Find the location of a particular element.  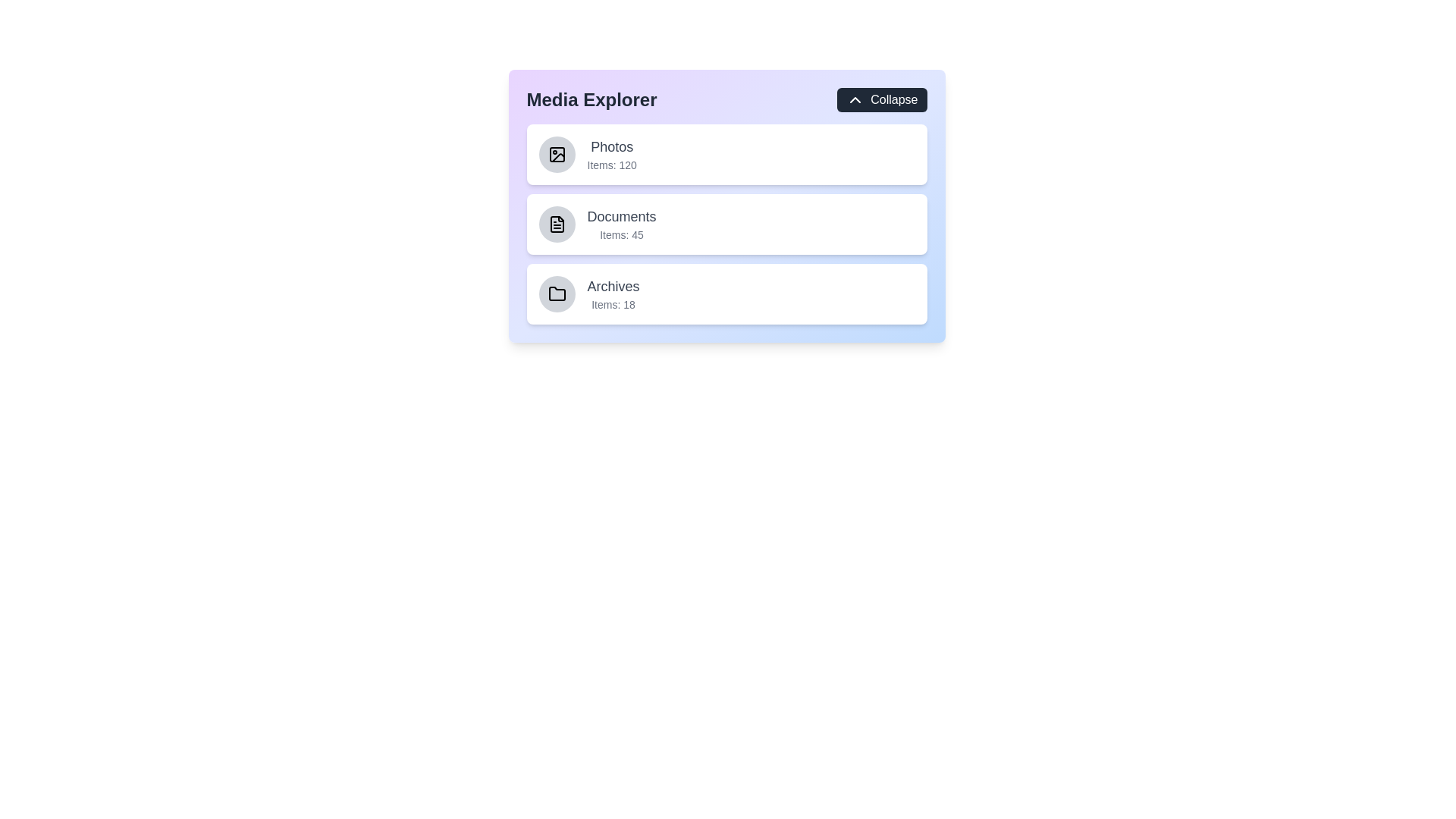

the icon representing the Documents category is located at coordinates (556, 224).